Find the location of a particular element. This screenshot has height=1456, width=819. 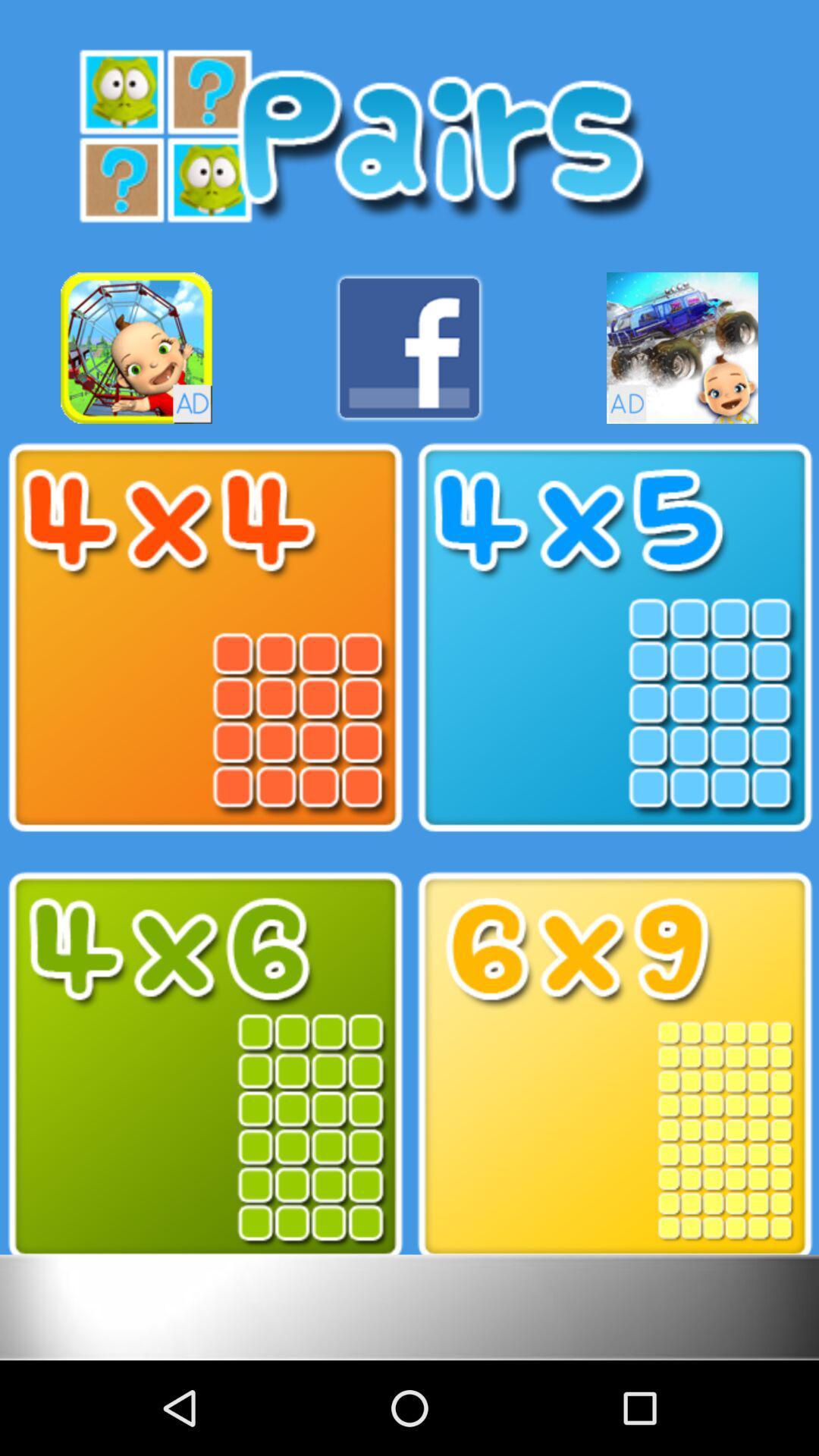

the one picture is located at coordinates (205, 1065).